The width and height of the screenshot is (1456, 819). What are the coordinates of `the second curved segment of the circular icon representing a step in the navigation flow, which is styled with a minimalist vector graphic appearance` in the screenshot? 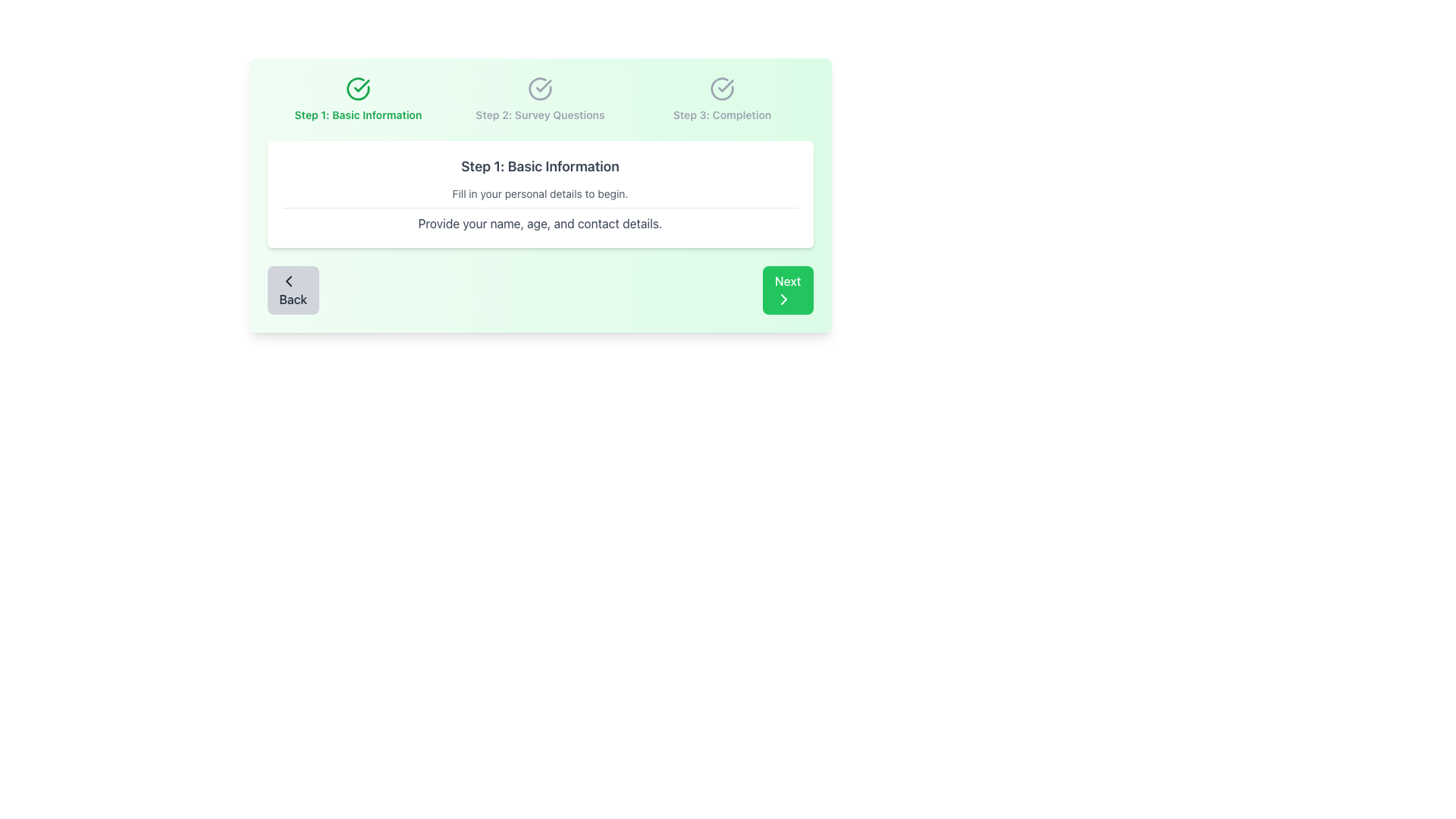 It's located at (540, 89).